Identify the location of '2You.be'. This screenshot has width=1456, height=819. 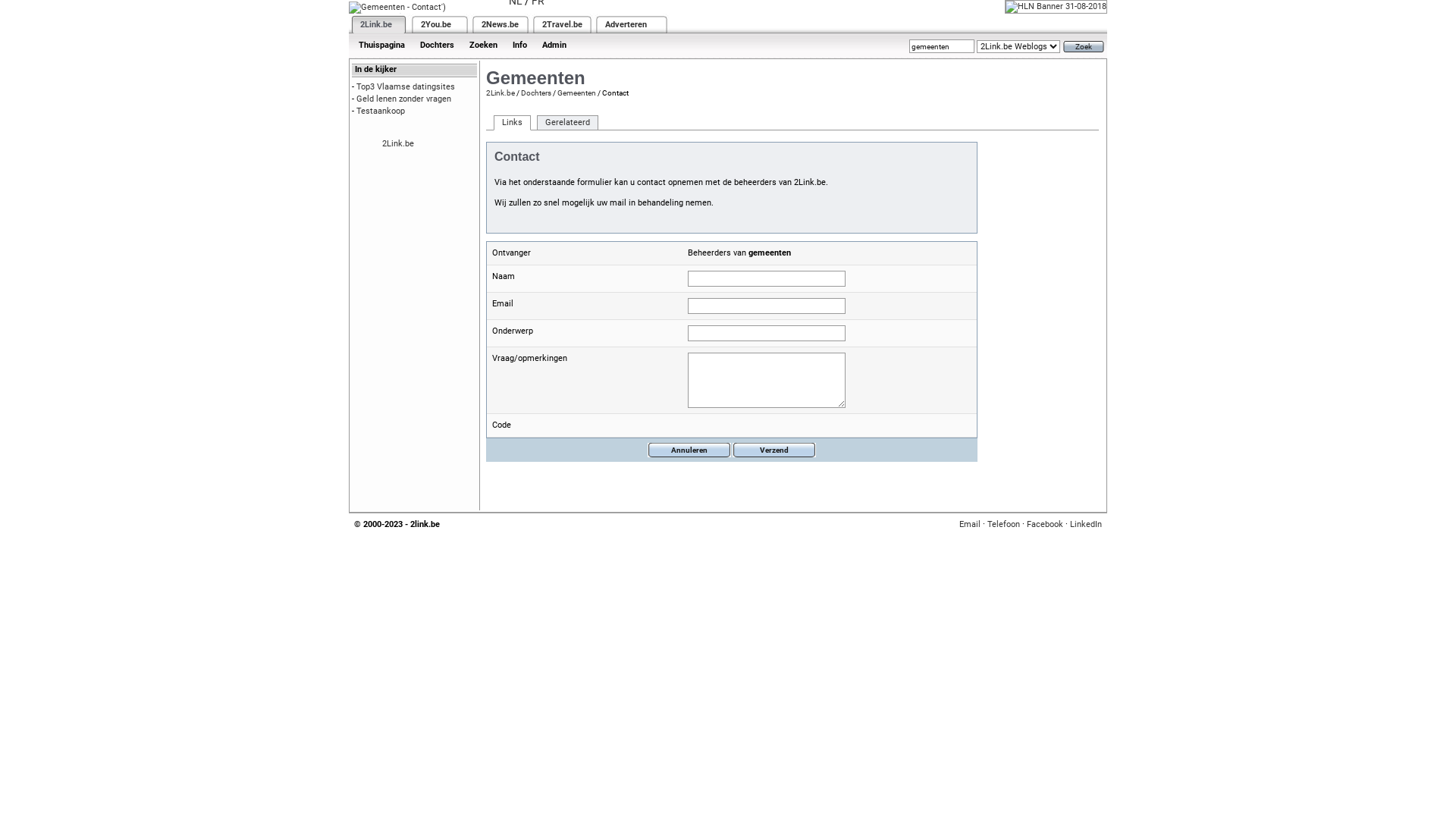
(435, 24).